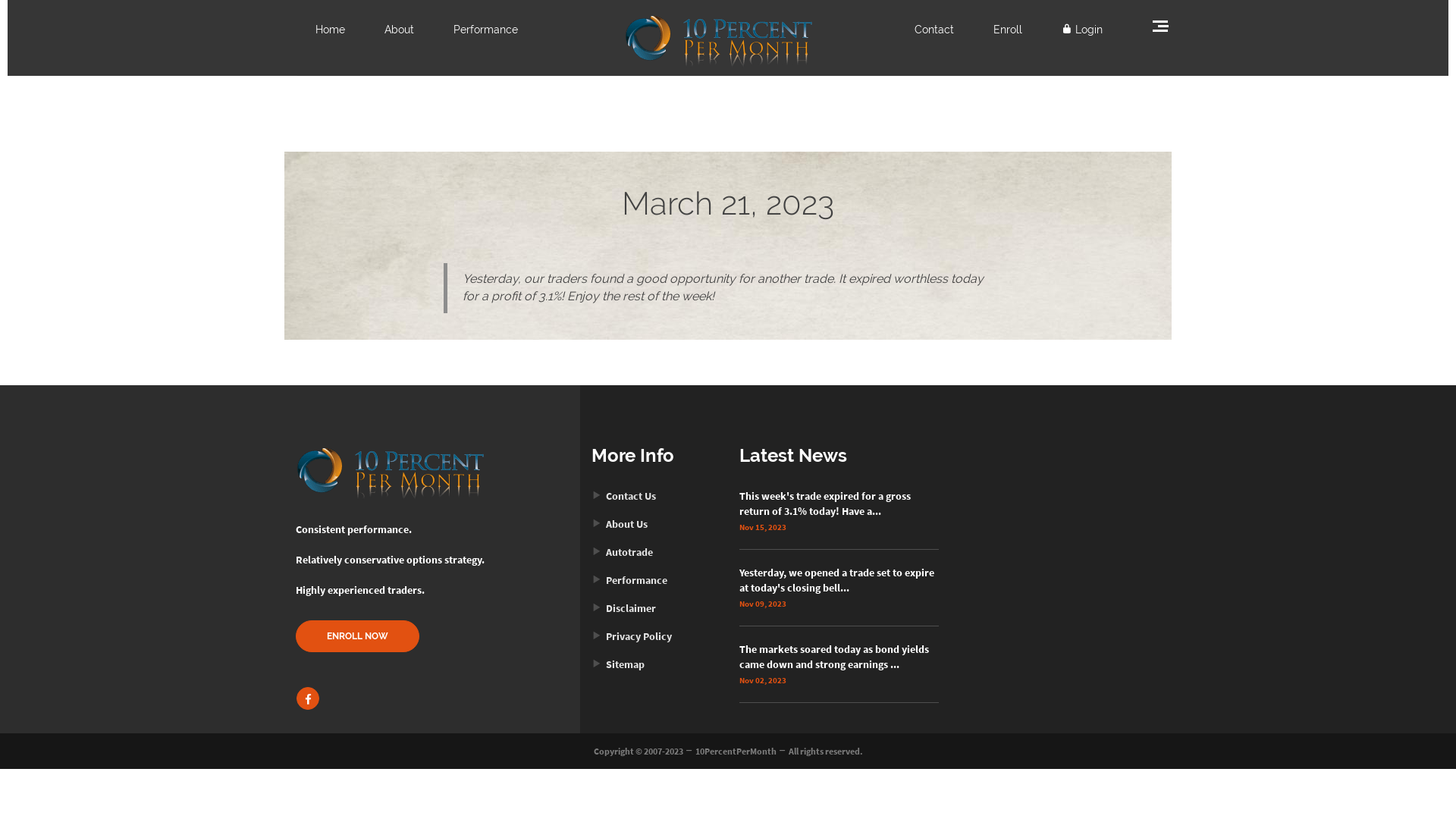 The width and height of the screenshot is (1456, 819). What do you see at coordinates (618, 663) in the screenshot?
I see `'Sitemap'` at bounding box center [618, 663].